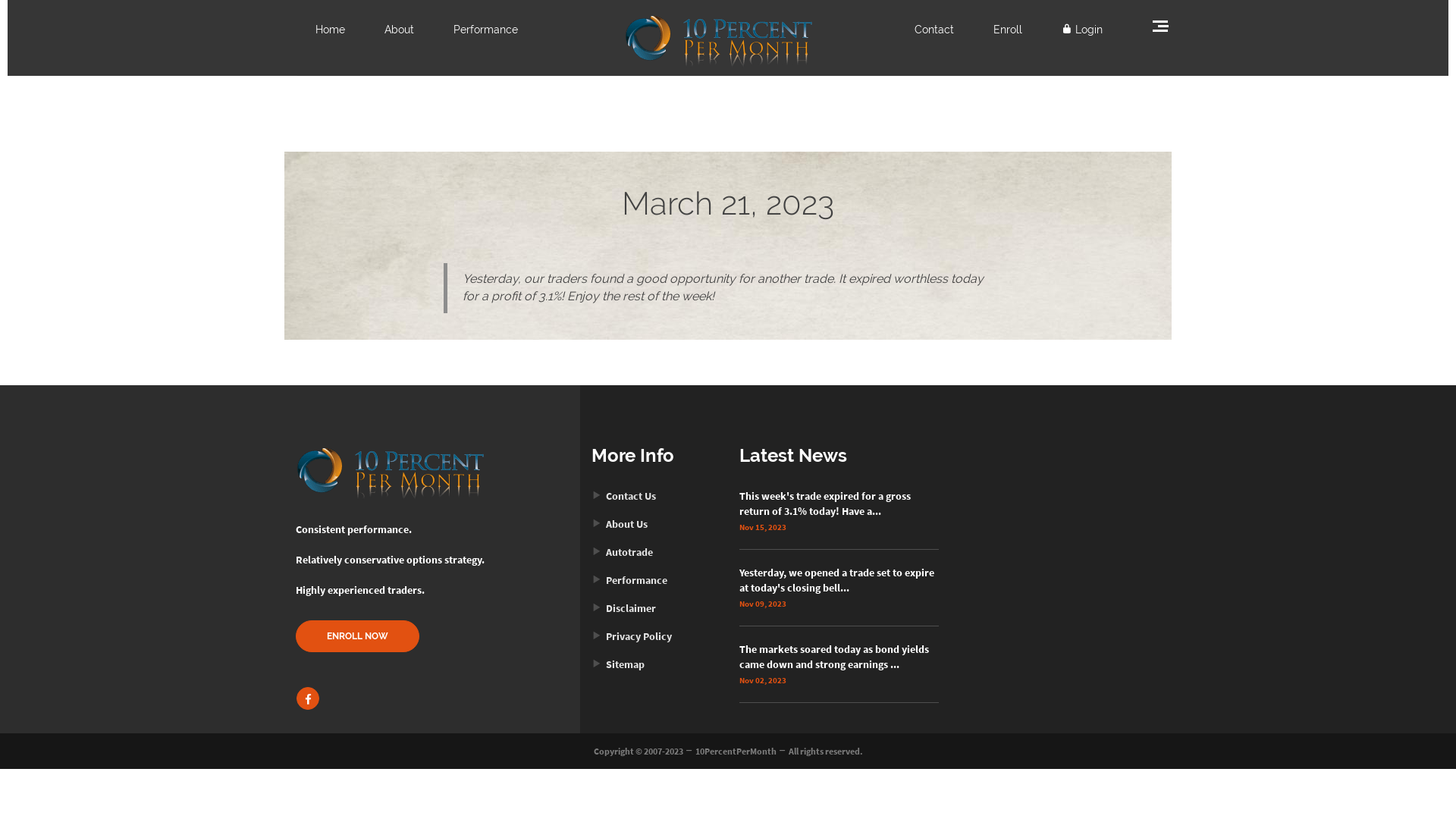 The width and height of the screenshot is (1456, 819). What do you see at coordinates (618, 663) in the screenshot?
I see `'Sitemap'` at bounding box center [618, 663].